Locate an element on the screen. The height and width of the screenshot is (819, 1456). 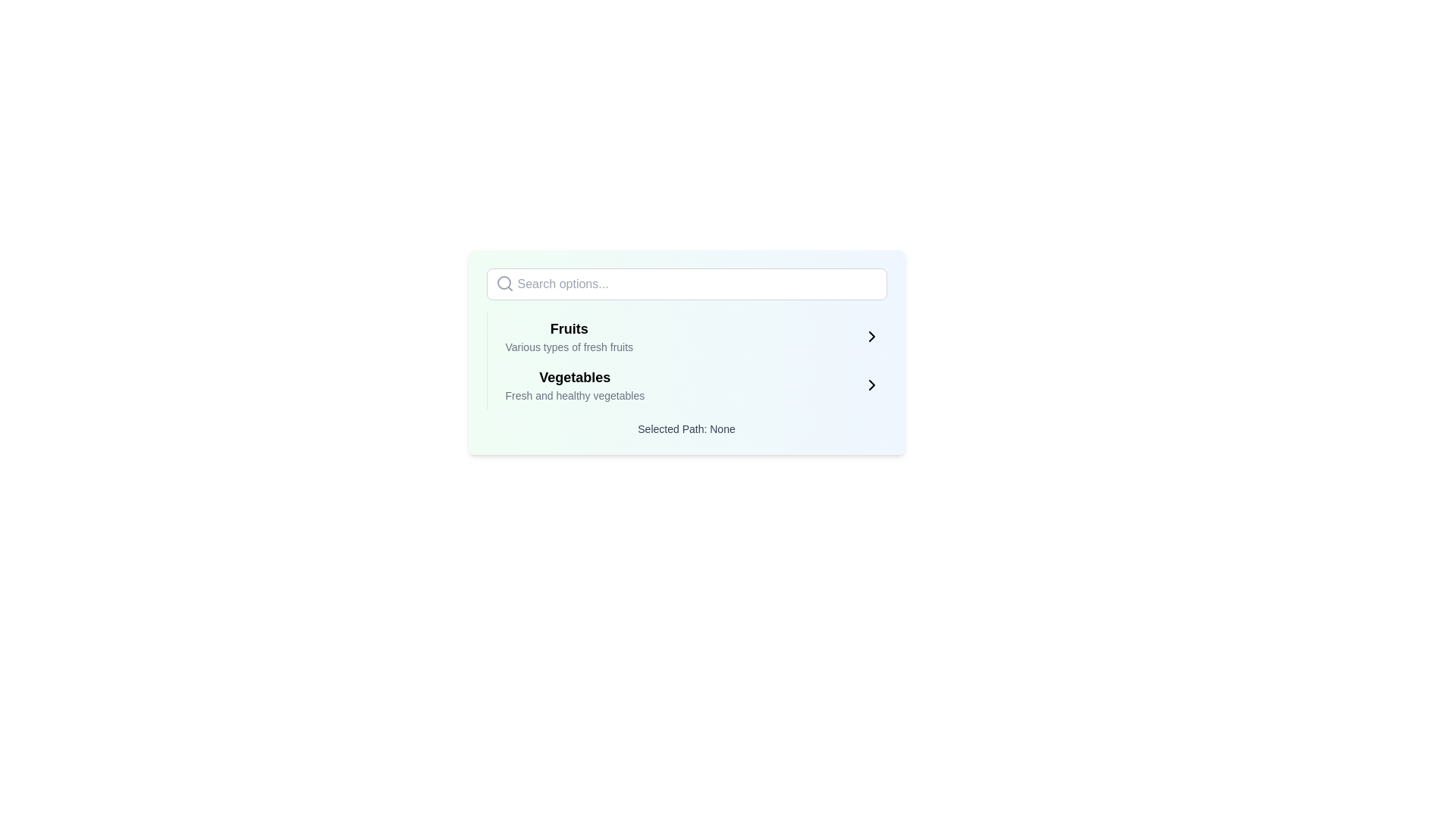
text content of the first item in the vertical list, which displays 'Fruits' in bold and 'Various types of fresh fruits' in a smaller font is located at coordinates (568, 335).